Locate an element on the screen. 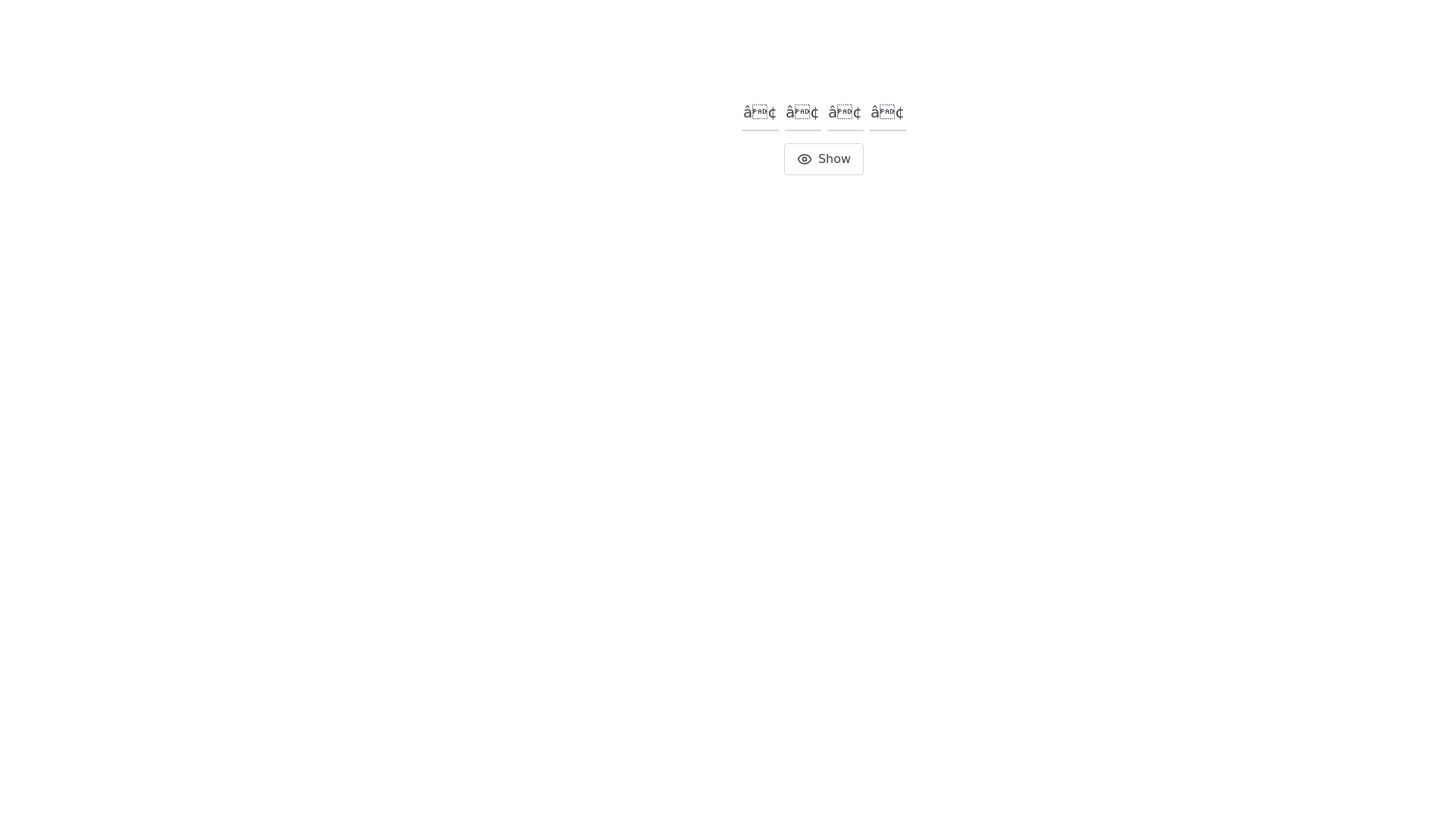  the fourth text input box in a row of four, located above the 'Show' button, to focus on it is located at coordinates (887, 112).